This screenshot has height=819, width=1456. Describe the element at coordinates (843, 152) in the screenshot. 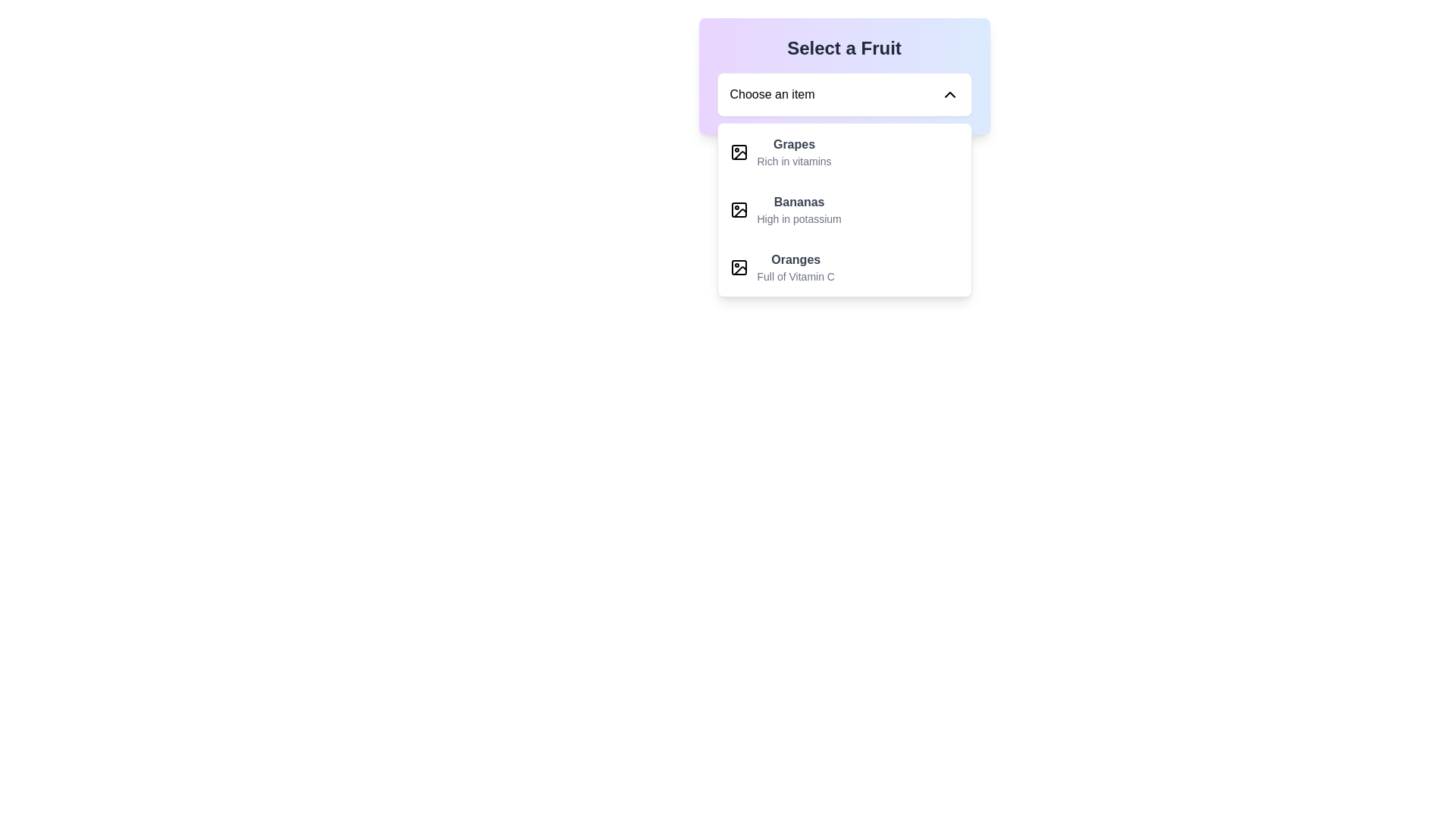

I see `the first dropdown menu item labeled 'Grapes' with a description 'Rich in vitamins'` at that location.